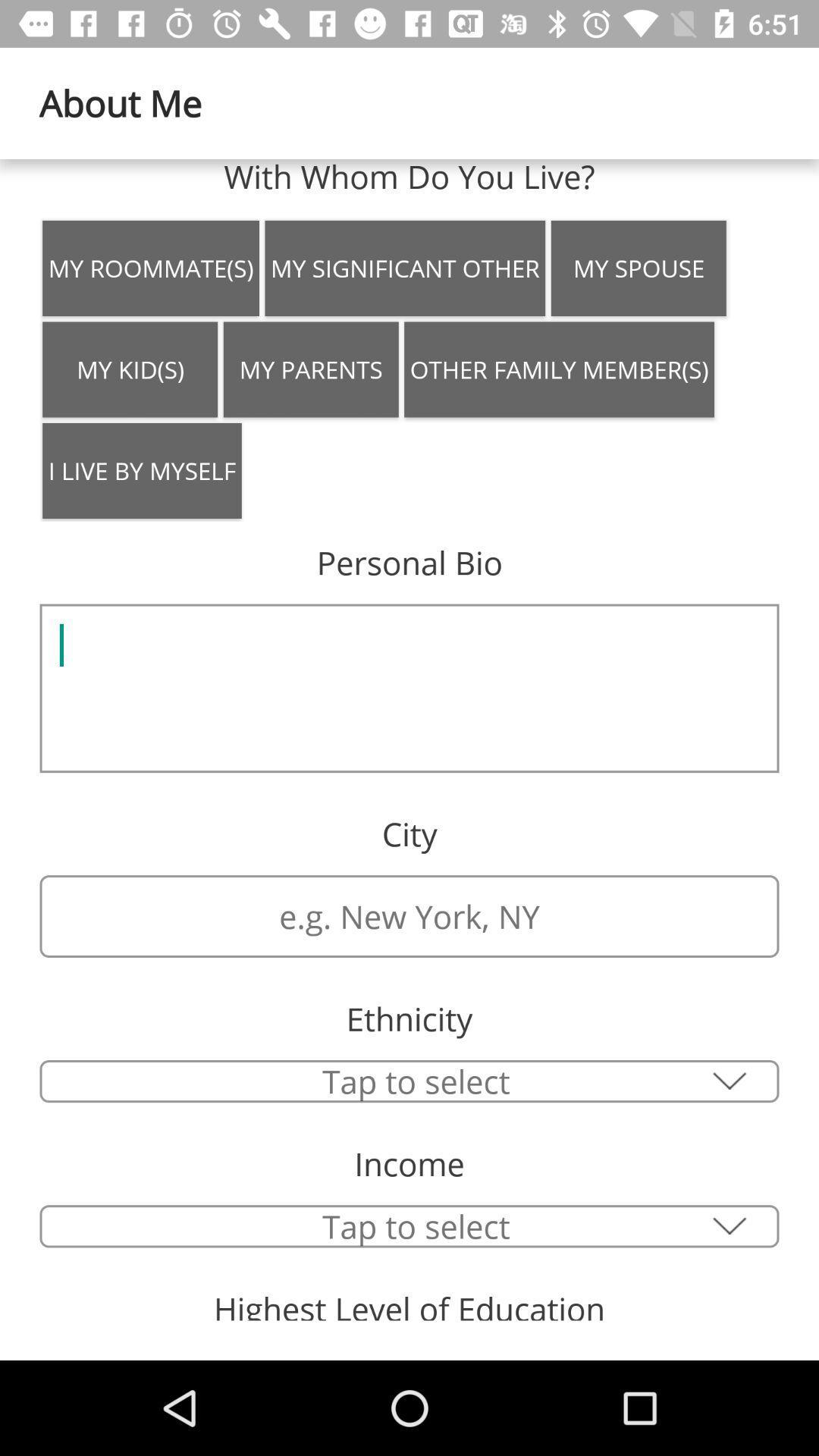 This screenshot has height=1456, width=819. What do you see at coordinates (409, 1226) in the screenshot?
I see `income level dropdown menu` at bounding box center [409, 1226].